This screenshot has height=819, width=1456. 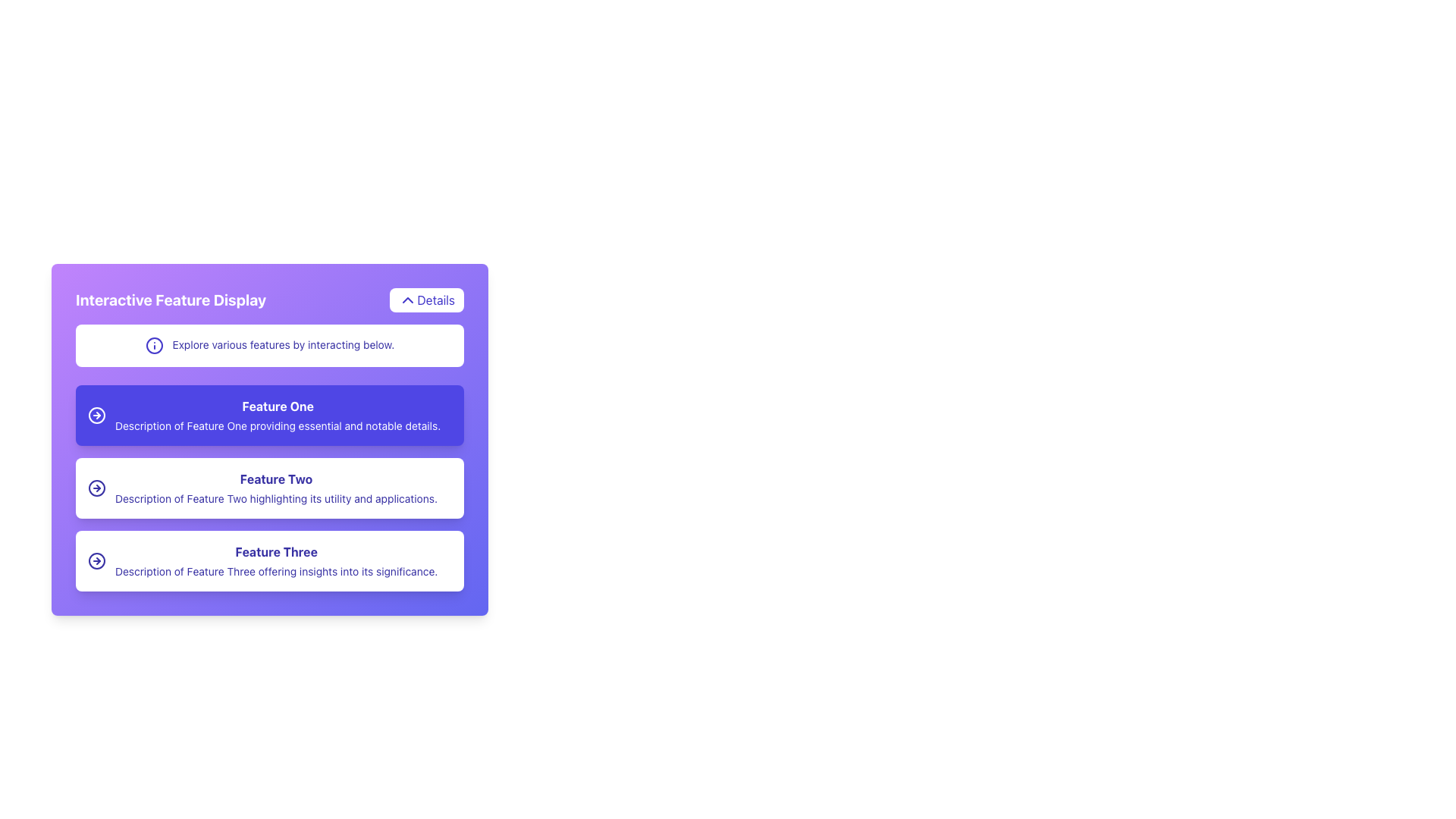 What do you see at coordinates (154, 345) in the screenshot?
I see `the SVG Circle element representing information or system status, located on the left side of the text line that reads 'Explore various features by interacting below.'` at bounding box center [154, 345].